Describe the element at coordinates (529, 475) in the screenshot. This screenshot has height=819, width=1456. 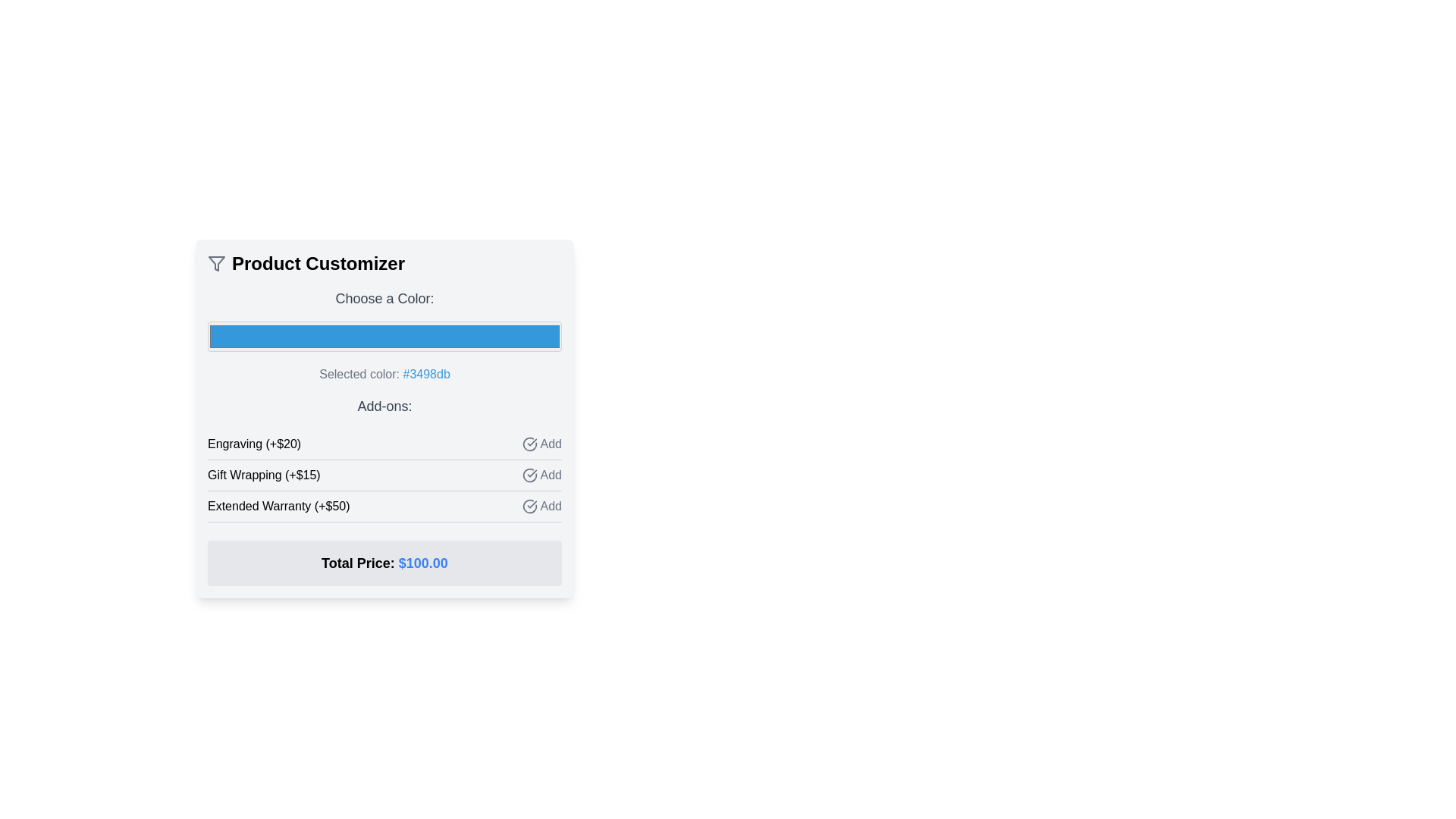
I see `the selection confirmation icon, which is a circular icon with a checkmark inside, located to the right of the 'Gift Wrapping (+$15)' text` at that location.